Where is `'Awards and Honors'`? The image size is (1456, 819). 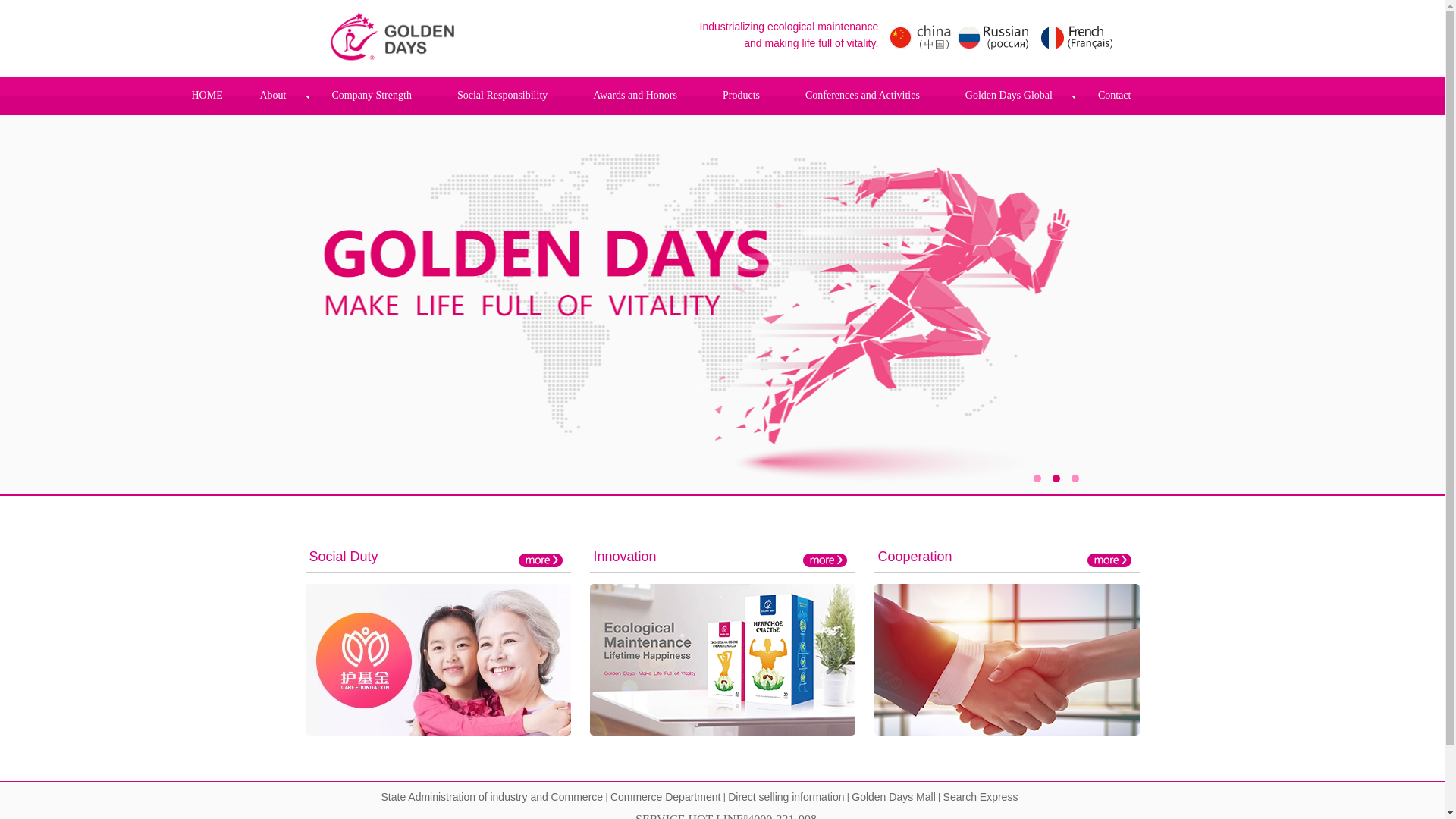 'Awards and Honors' is located at coordinates (570, 96).